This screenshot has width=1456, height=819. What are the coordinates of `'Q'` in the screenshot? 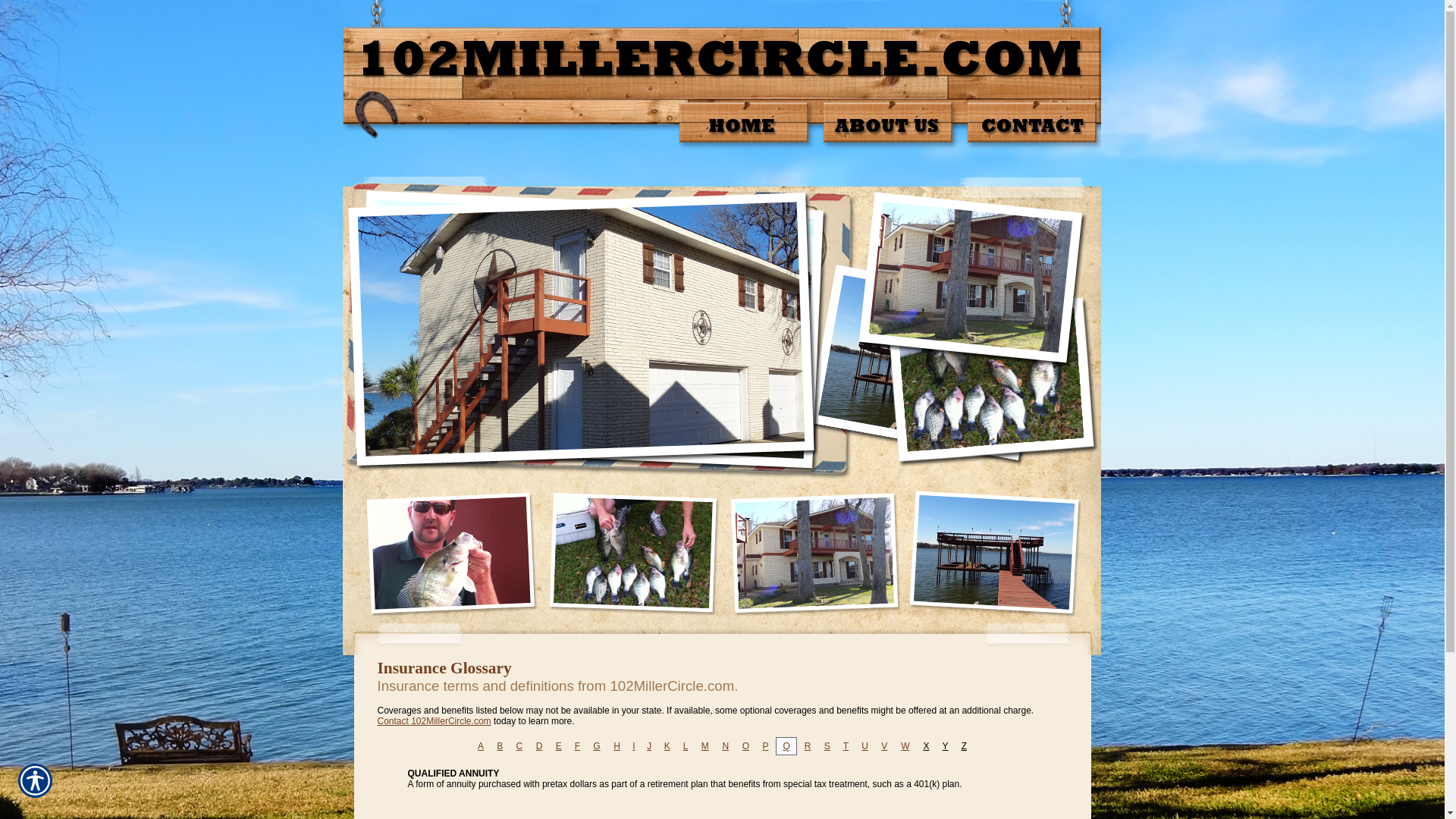 It's located at (786, 745).